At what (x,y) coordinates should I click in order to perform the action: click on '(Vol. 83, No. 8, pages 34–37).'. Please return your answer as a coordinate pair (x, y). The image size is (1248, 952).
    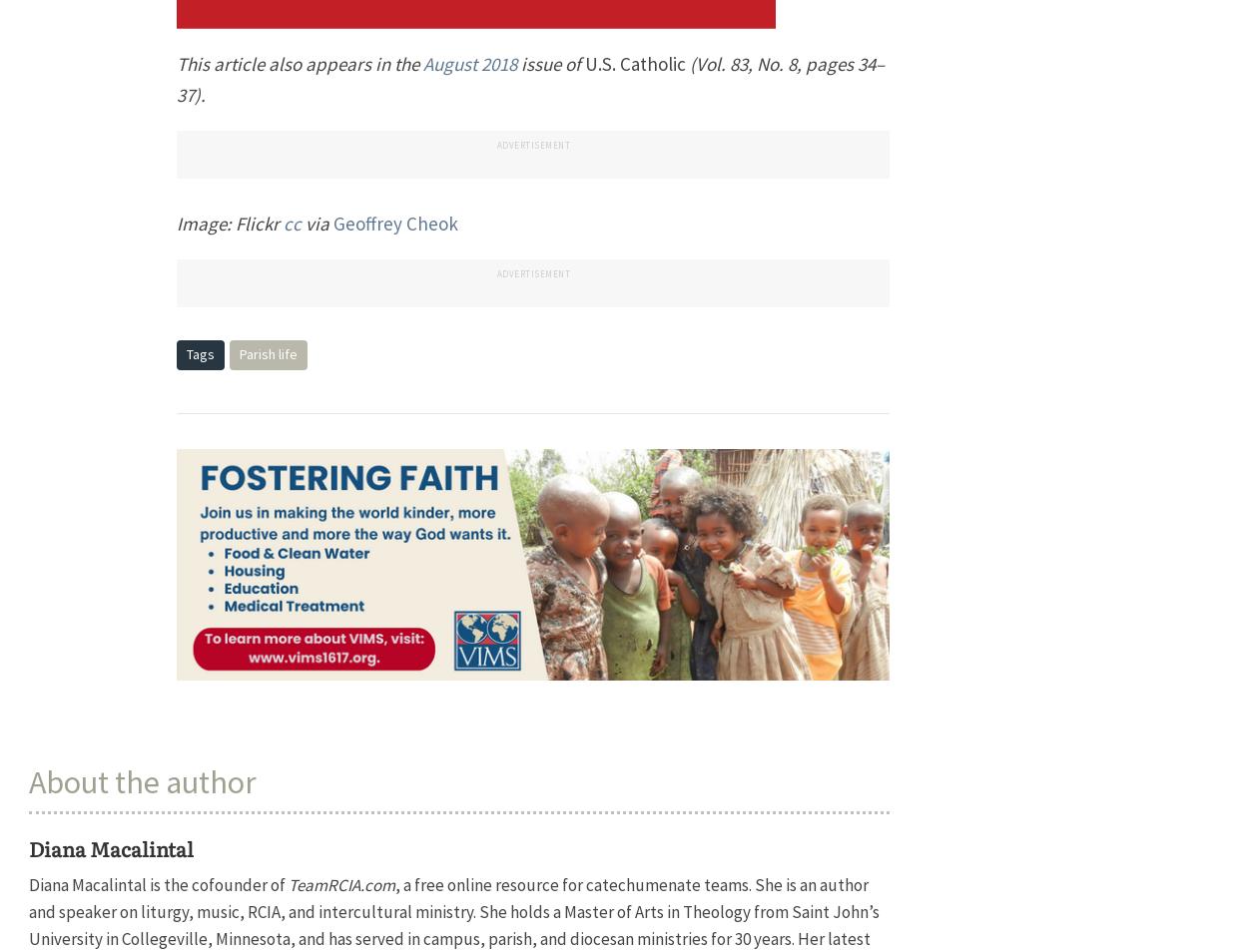
    Looking at the image, I should click on (530, 78).